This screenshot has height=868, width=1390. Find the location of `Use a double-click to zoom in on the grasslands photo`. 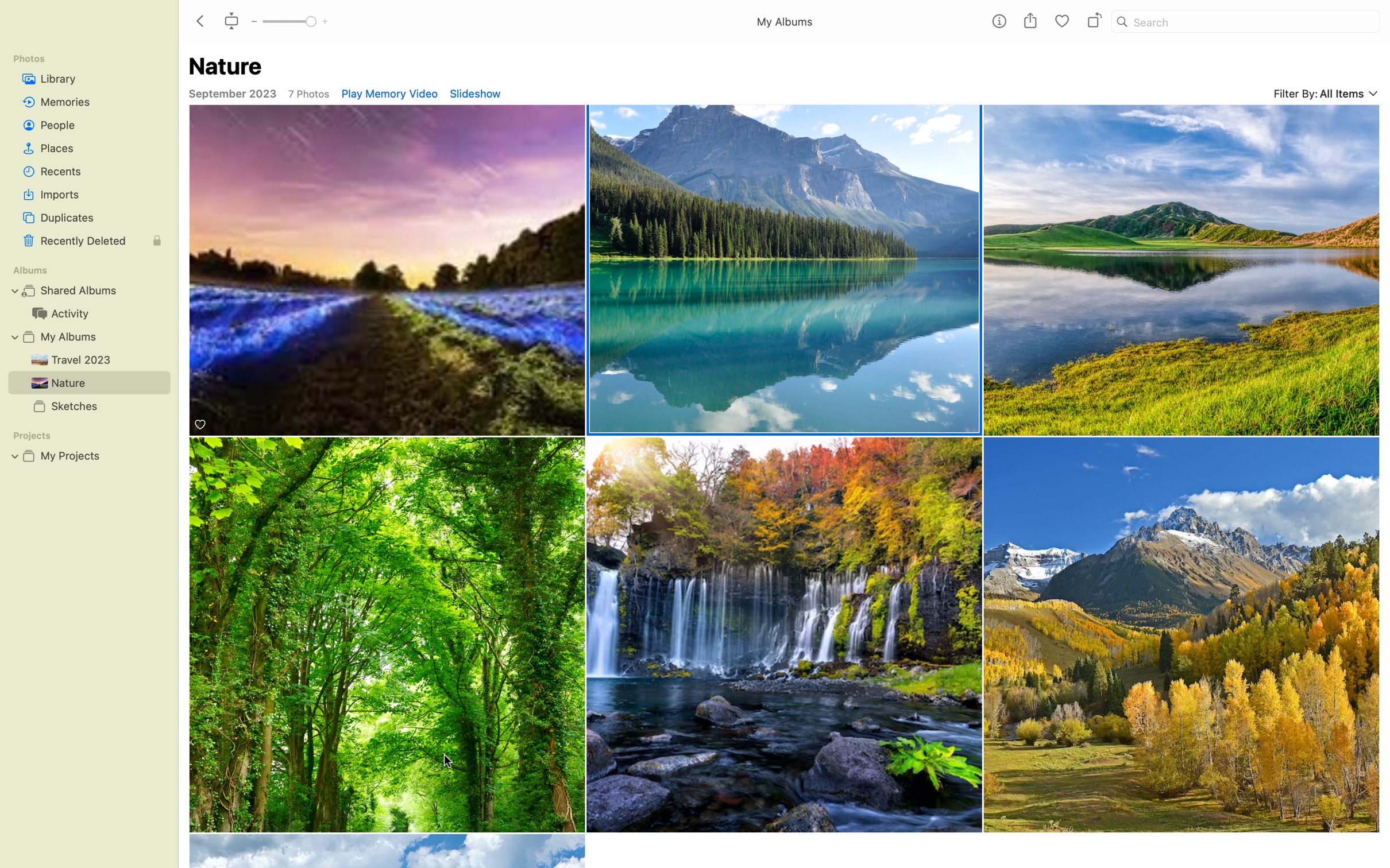

Use a double-click to zoom in on the grasslands photo is located at coordinates (1182, 634).